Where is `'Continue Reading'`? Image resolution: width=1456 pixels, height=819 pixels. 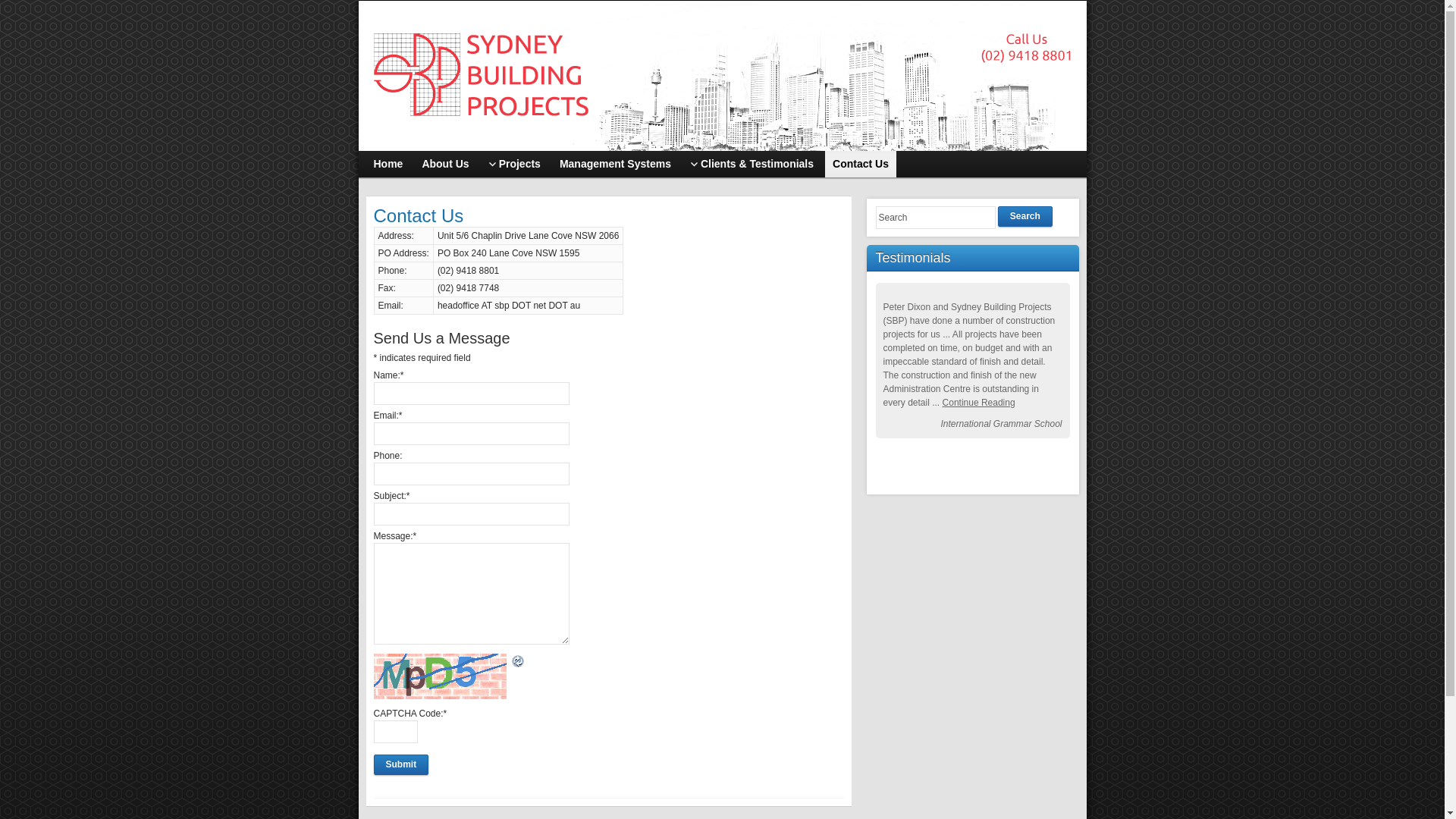
'Continue Reading' is located at coordinates (942, 402).